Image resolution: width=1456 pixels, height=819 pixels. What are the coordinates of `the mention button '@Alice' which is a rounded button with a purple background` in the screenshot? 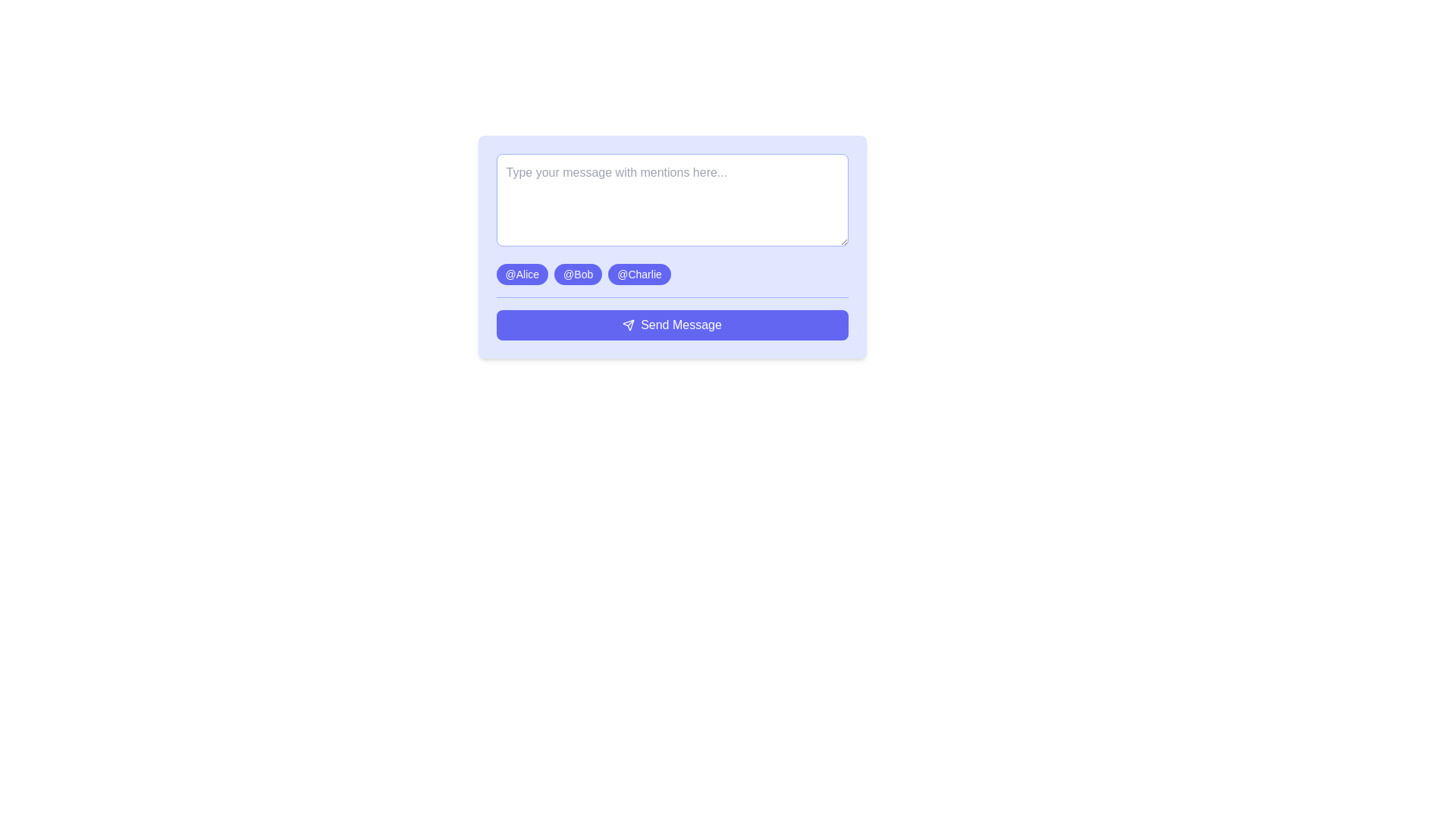 It's located at (522, 275).